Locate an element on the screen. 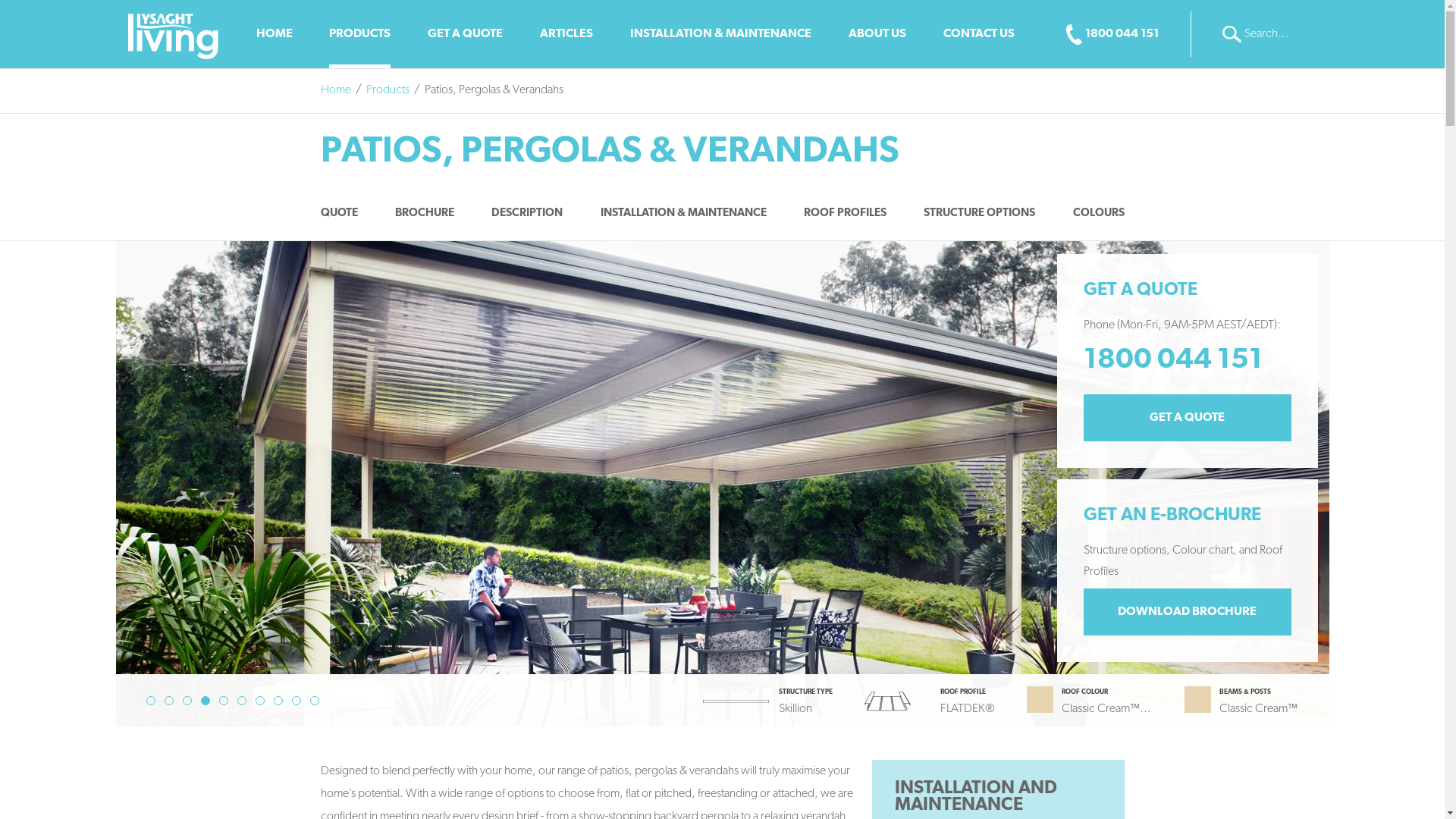 Image resolution: width=1456 pixels, height=819 pixels. 'INSTALLATION & MAINTENANCE' is located at coordinates (629, 34).